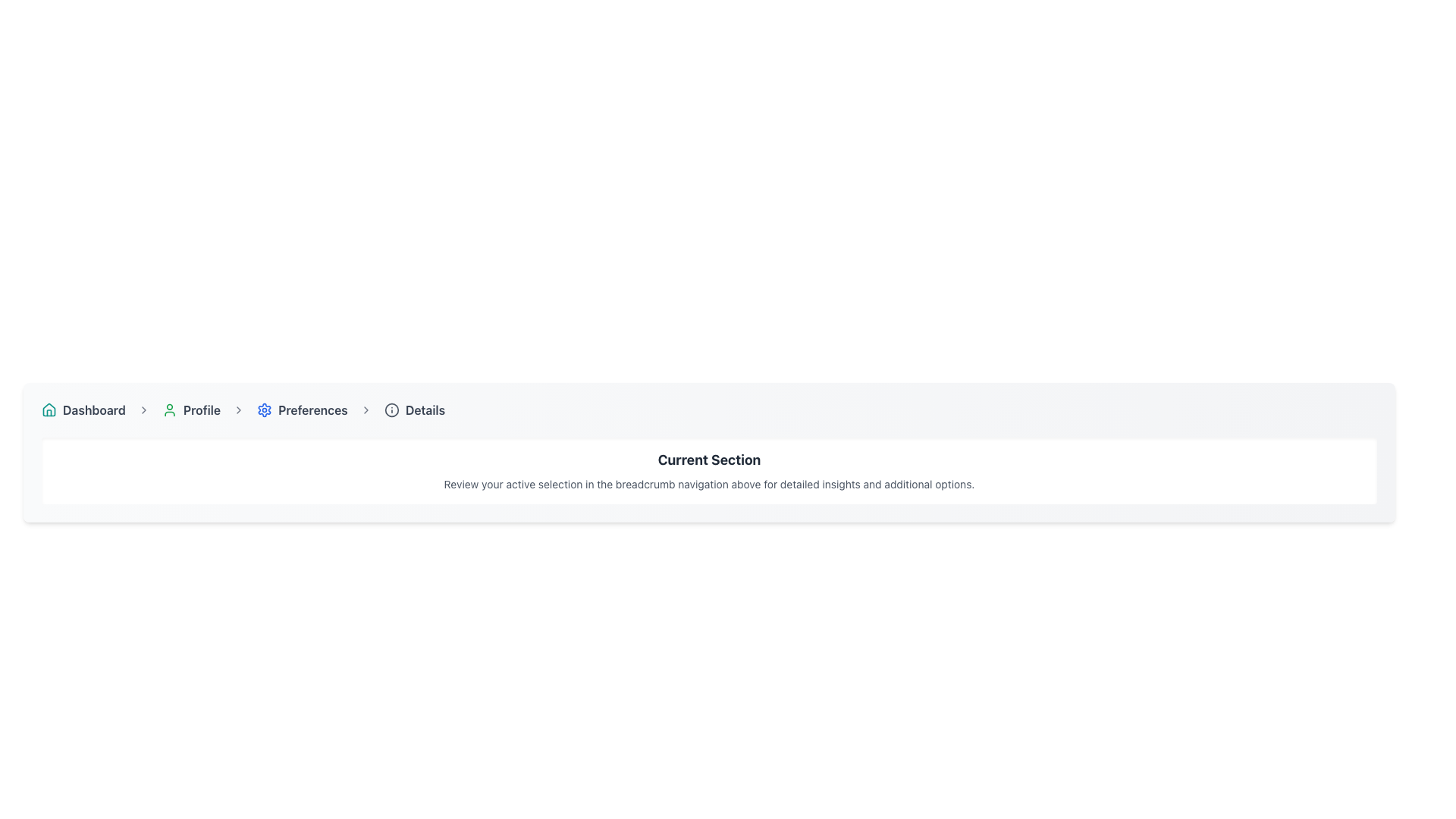 This screenshot has height=819, width=1456. What do you see at coordinates (391, 409) in the screenshot?
I see `the circular icon with a hollow outline and central line segment, part of the 'Details' section in the breadcrumb navigation bar` at bounding box center [391, 409].